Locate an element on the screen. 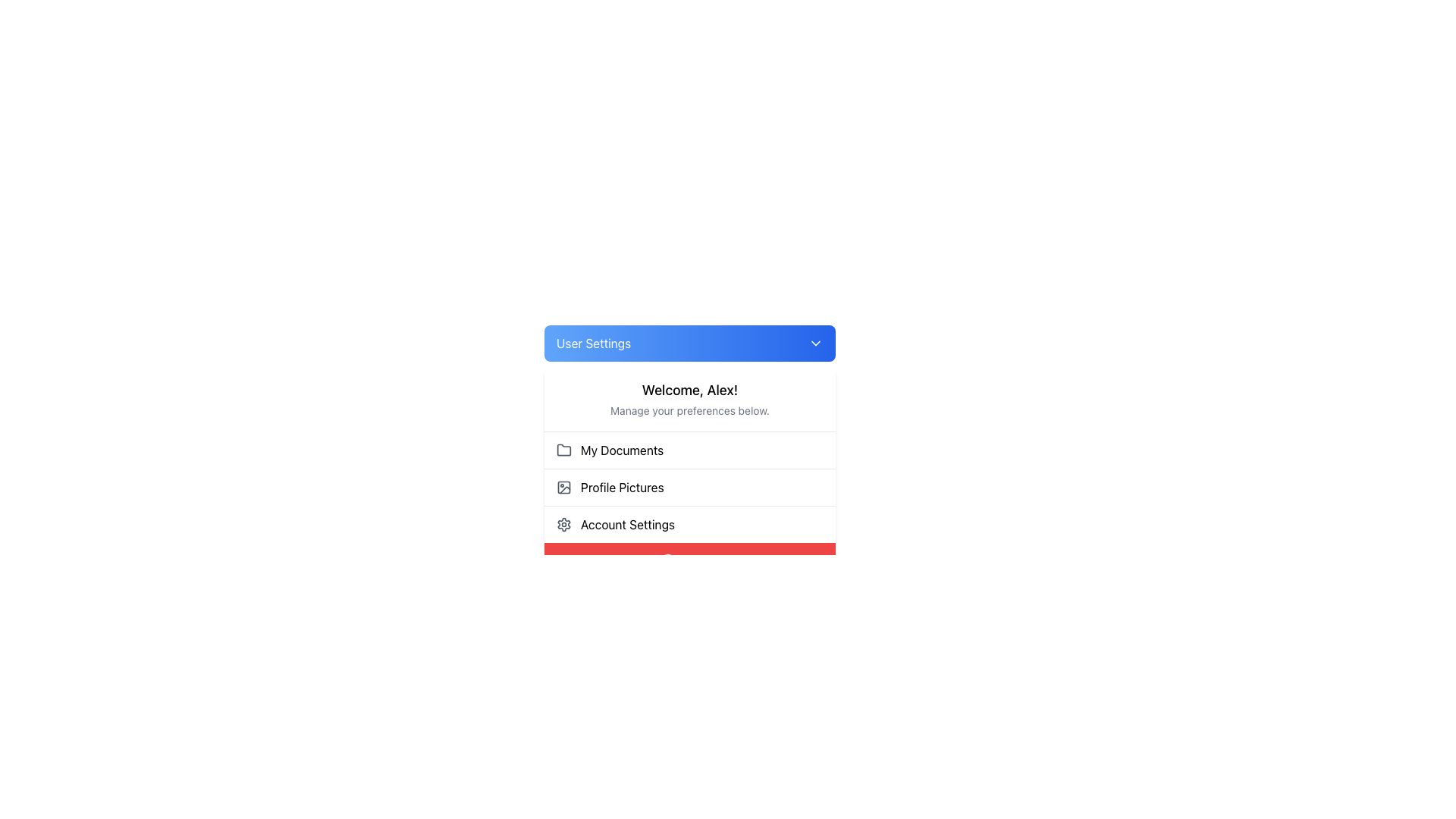  the 'My Documents' menu item, which is the first item in the list under 'User Settings' and above 'Profile Pictures' is located at coordinates (689, 450).